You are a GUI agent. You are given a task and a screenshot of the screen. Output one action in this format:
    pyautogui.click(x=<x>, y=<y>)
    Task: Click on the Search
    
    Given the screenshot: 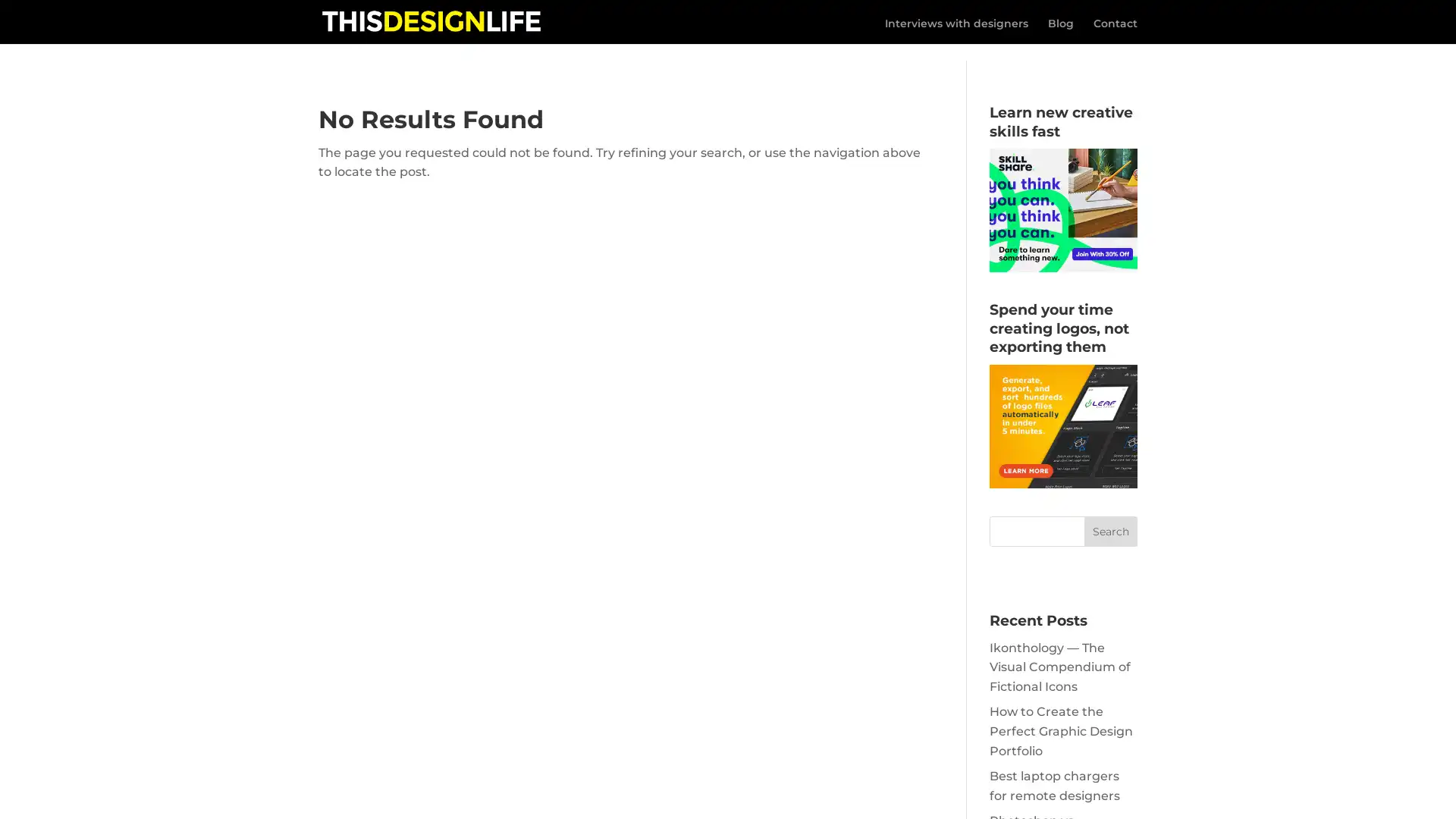 What is the action you would take?
    pyautogui.click(x=1110, y=513)
    